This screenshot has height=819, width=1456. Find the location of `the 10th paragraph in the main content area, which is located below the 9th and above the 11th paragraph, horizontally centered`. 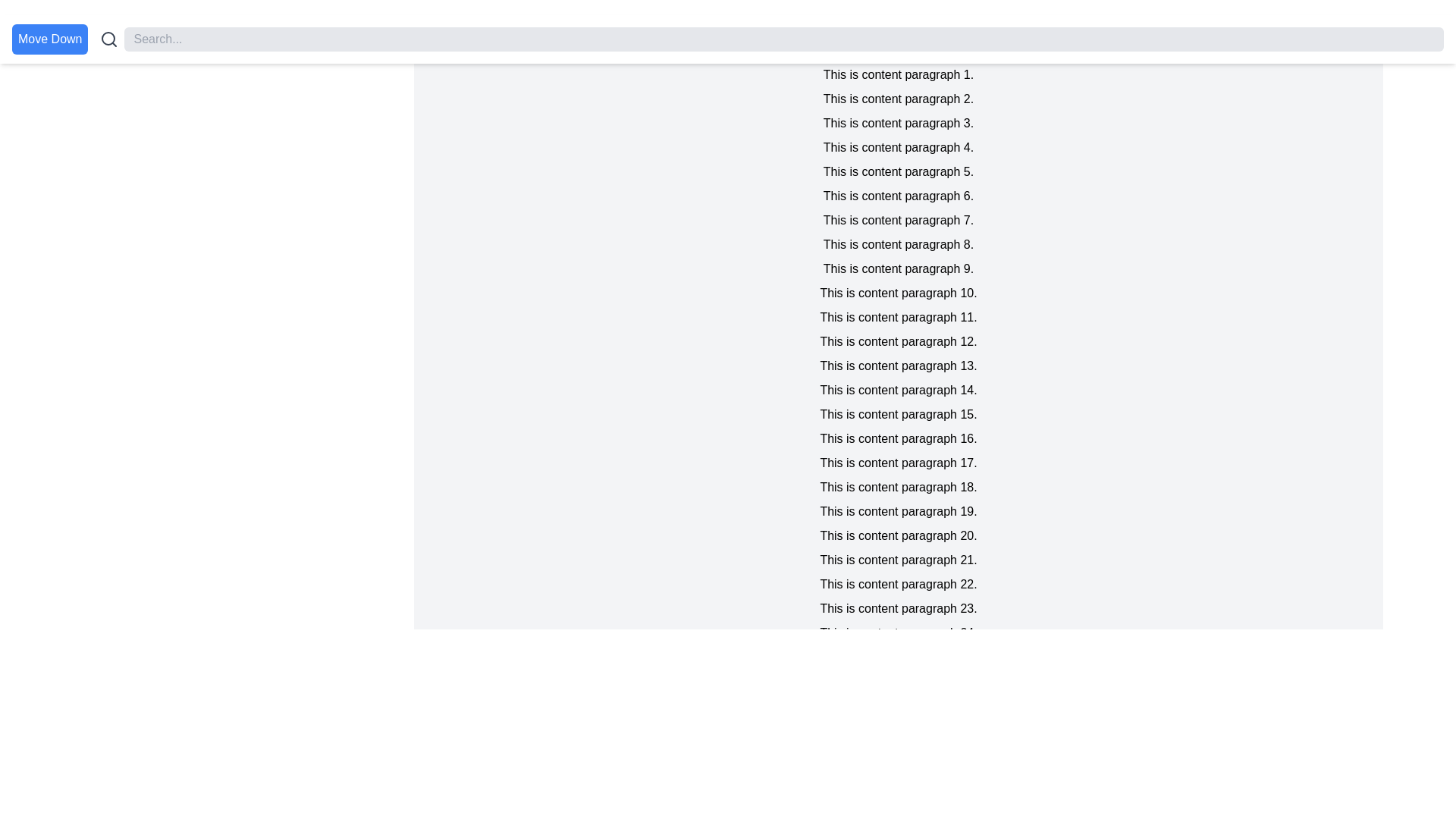

the 10th paragraph in the main content area, which is located below the 9th and above the 11th paragraph, horizontally centered is located at coordinates (899, 293).